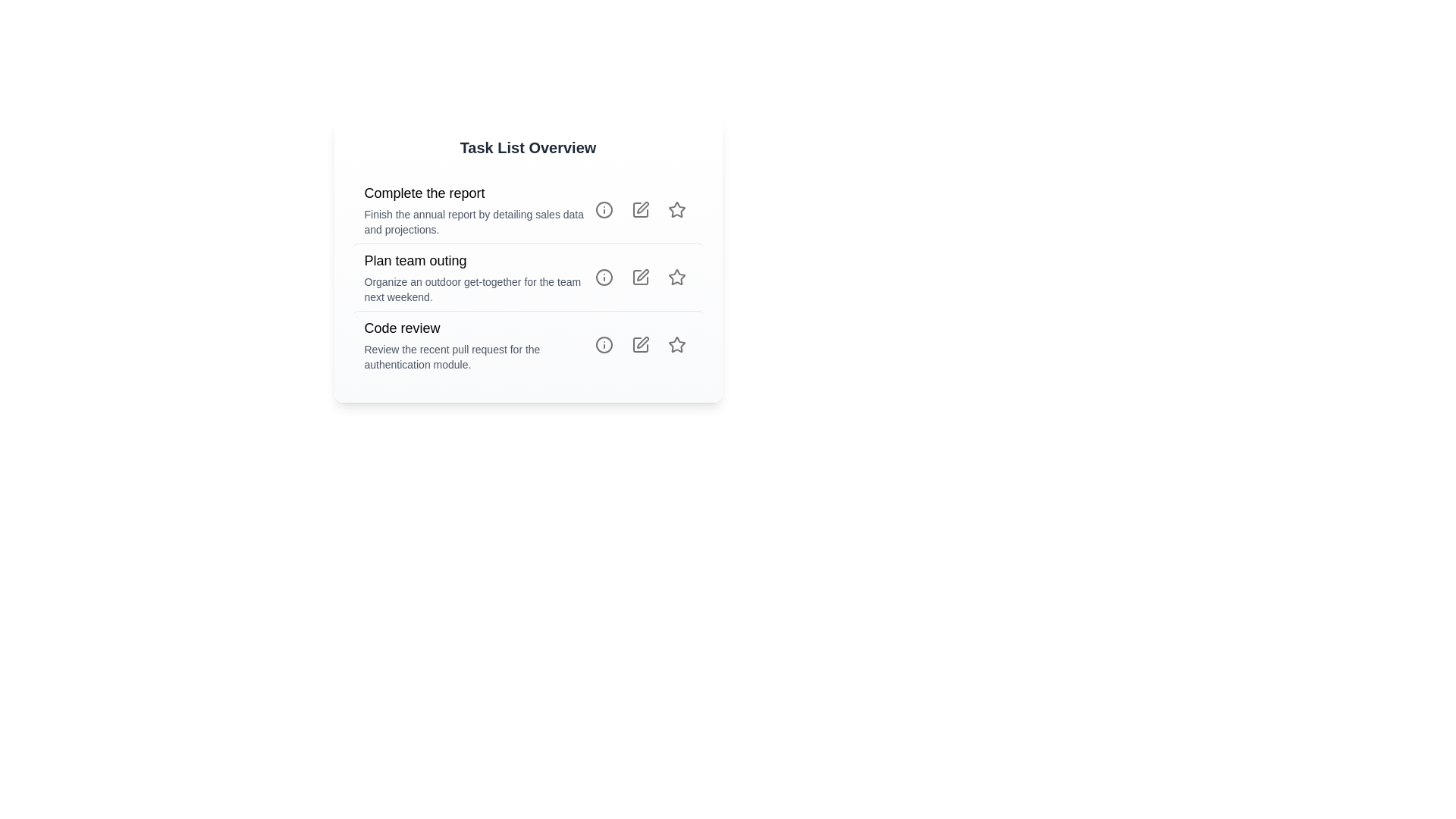 The height and width of the screenshot is (819, 1456). What do you see at coordinates (640, 345) in the screenshot?
I see `the pen icon in the 'Code review' task row for actions like editing, located to the right of the row's text and to the left of the star icon` at bounding box center [640, 345].